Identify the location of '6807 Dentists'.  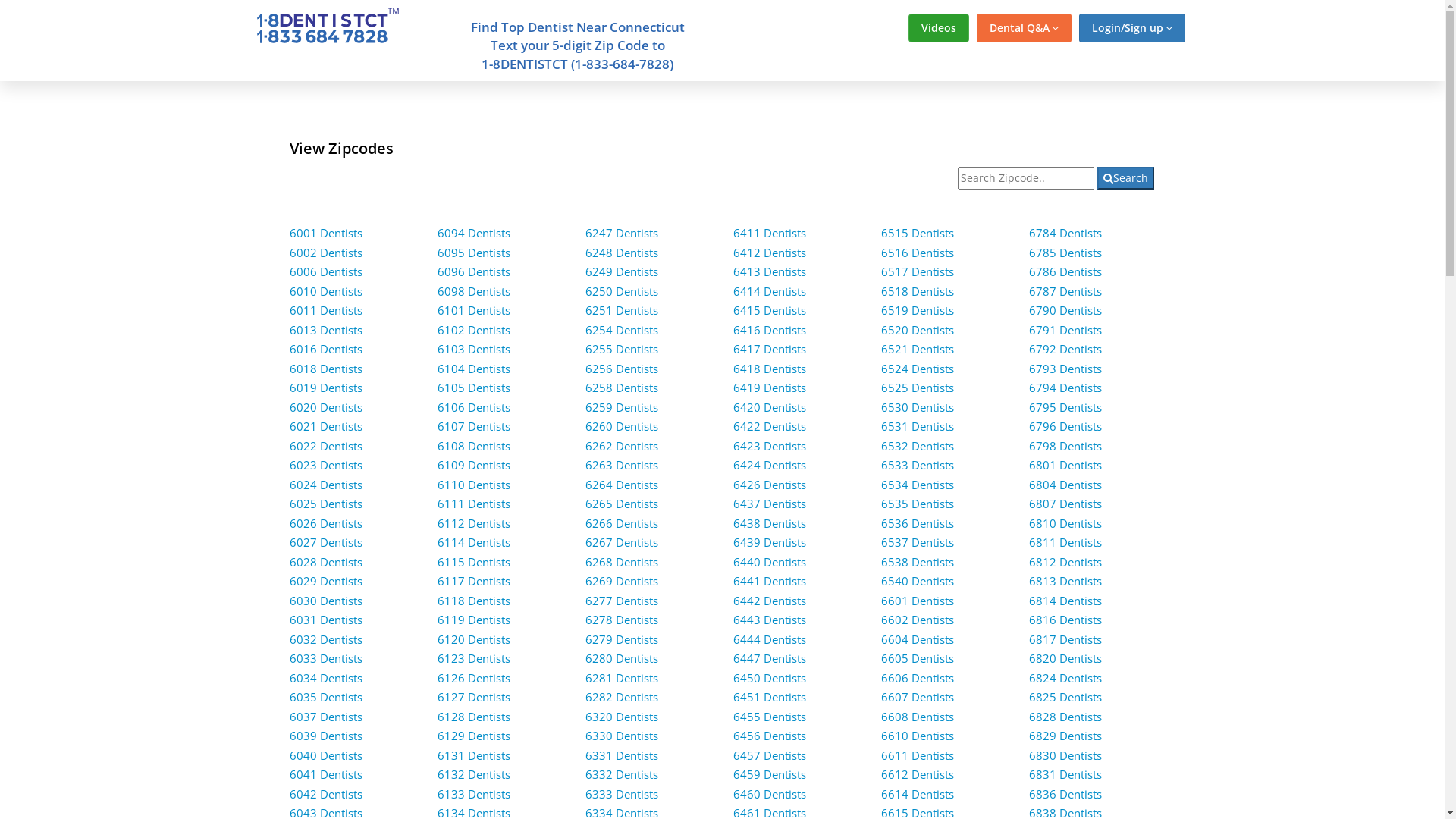
(1065, 503).